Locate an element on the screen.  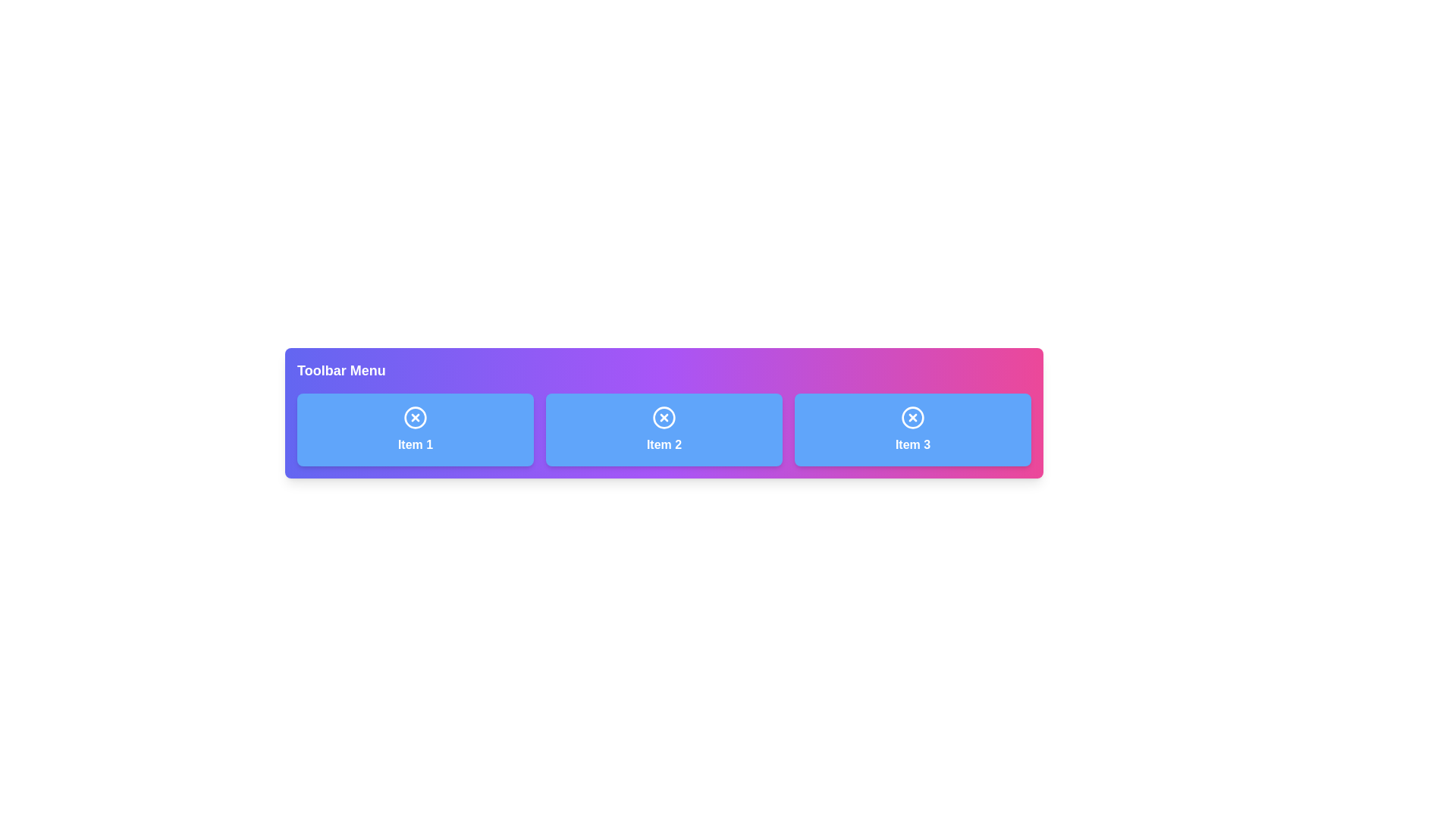
the button labeled 'Item 2' located is located at coordinates (664, 430).